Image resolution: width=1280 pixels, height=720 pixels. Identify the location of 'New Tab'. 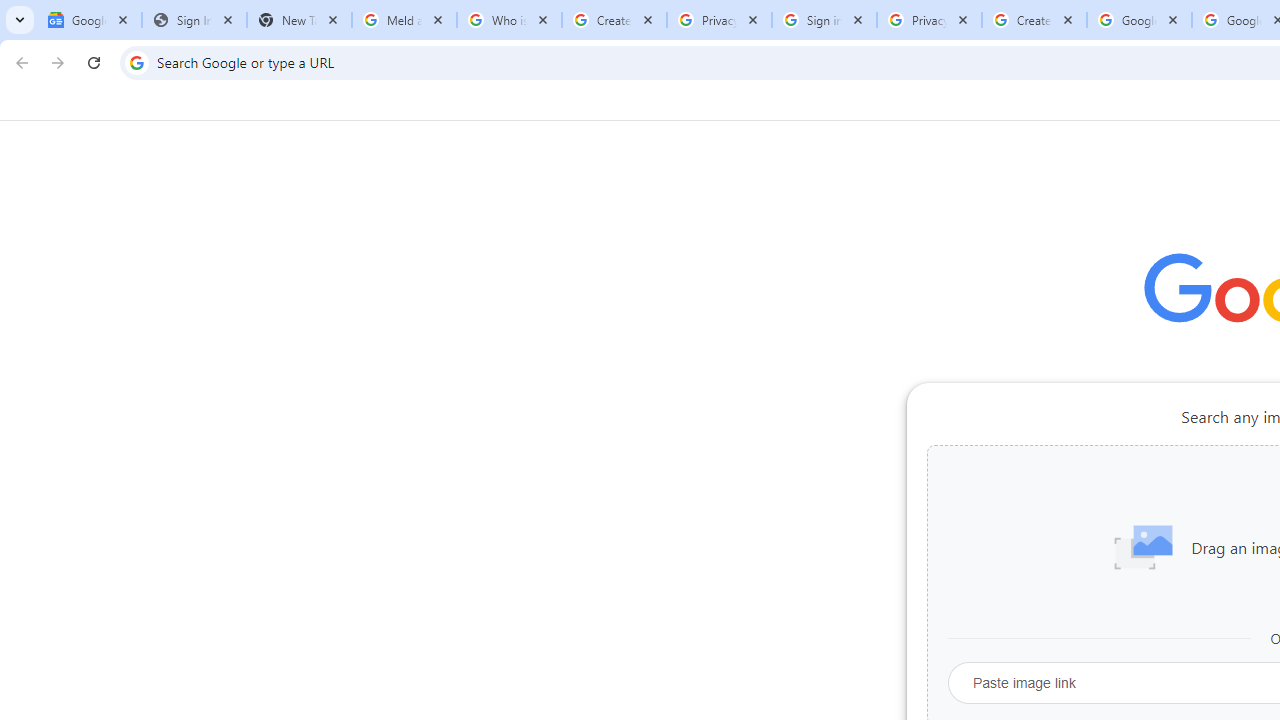
(298, 20).